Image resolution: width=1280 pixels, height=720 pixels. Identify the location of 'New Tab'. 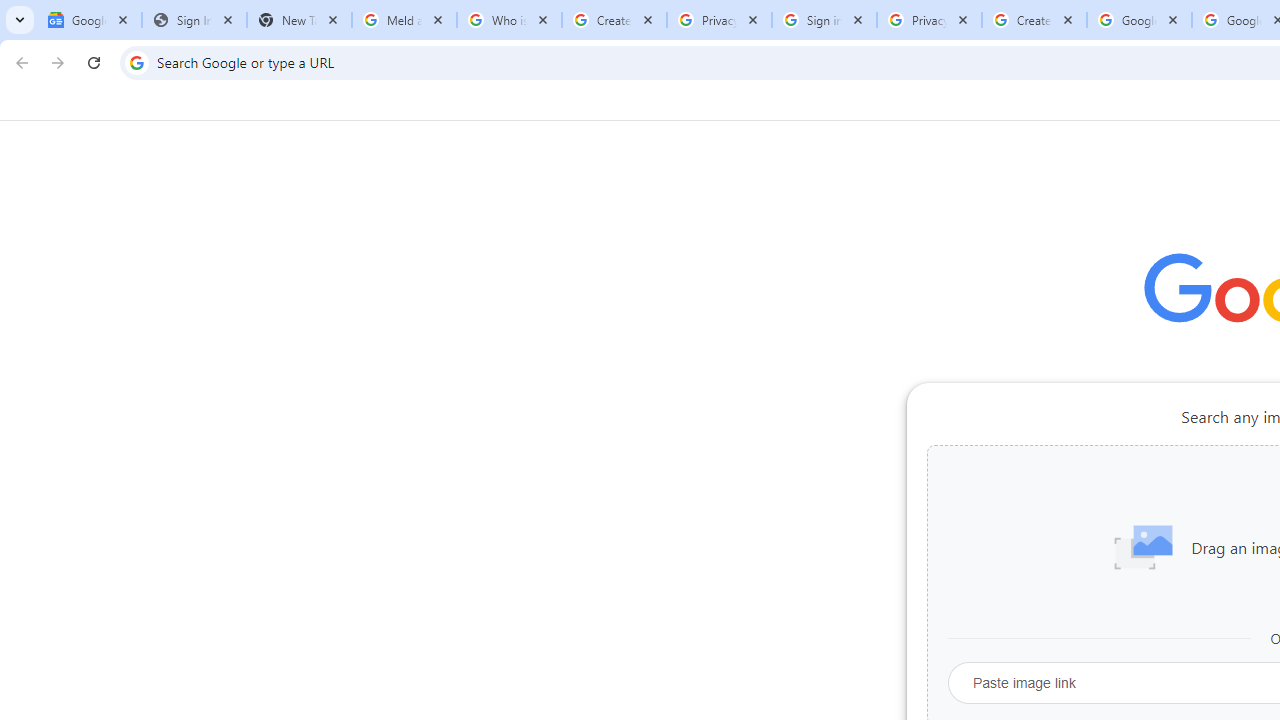
(298, 20).